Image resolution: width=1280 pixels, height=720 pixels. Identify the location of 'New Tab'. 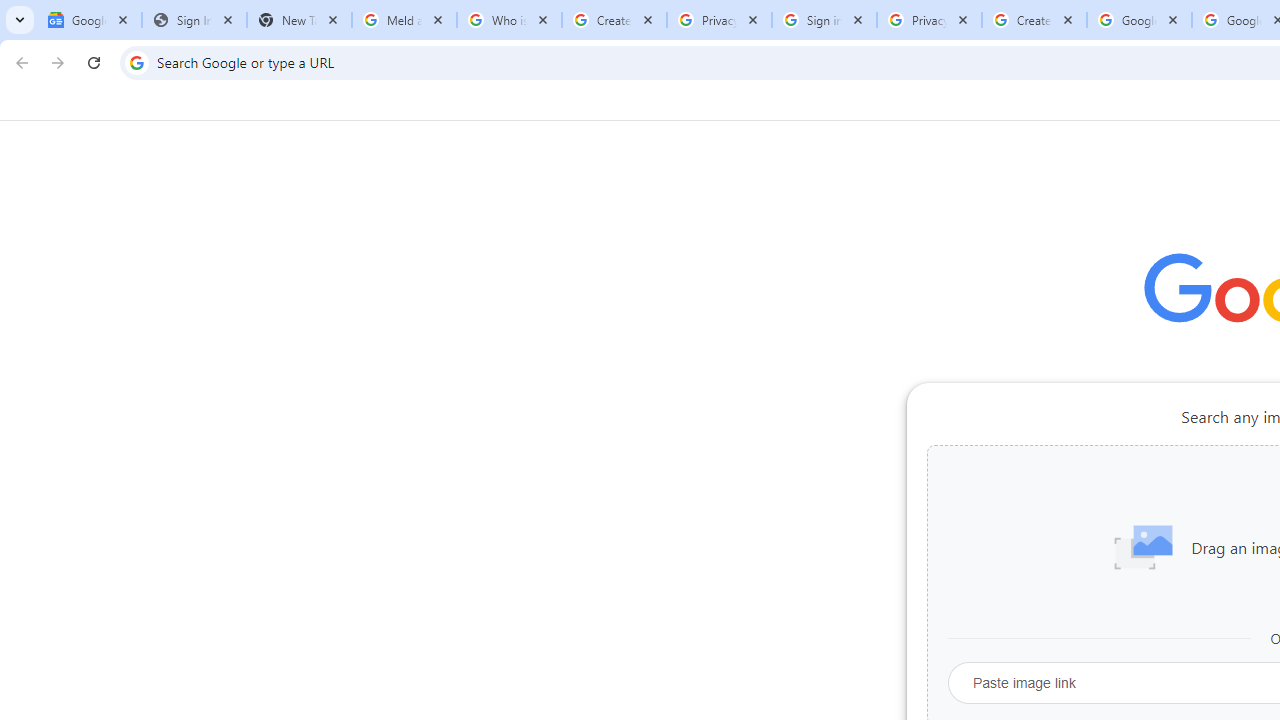
(298, 20).